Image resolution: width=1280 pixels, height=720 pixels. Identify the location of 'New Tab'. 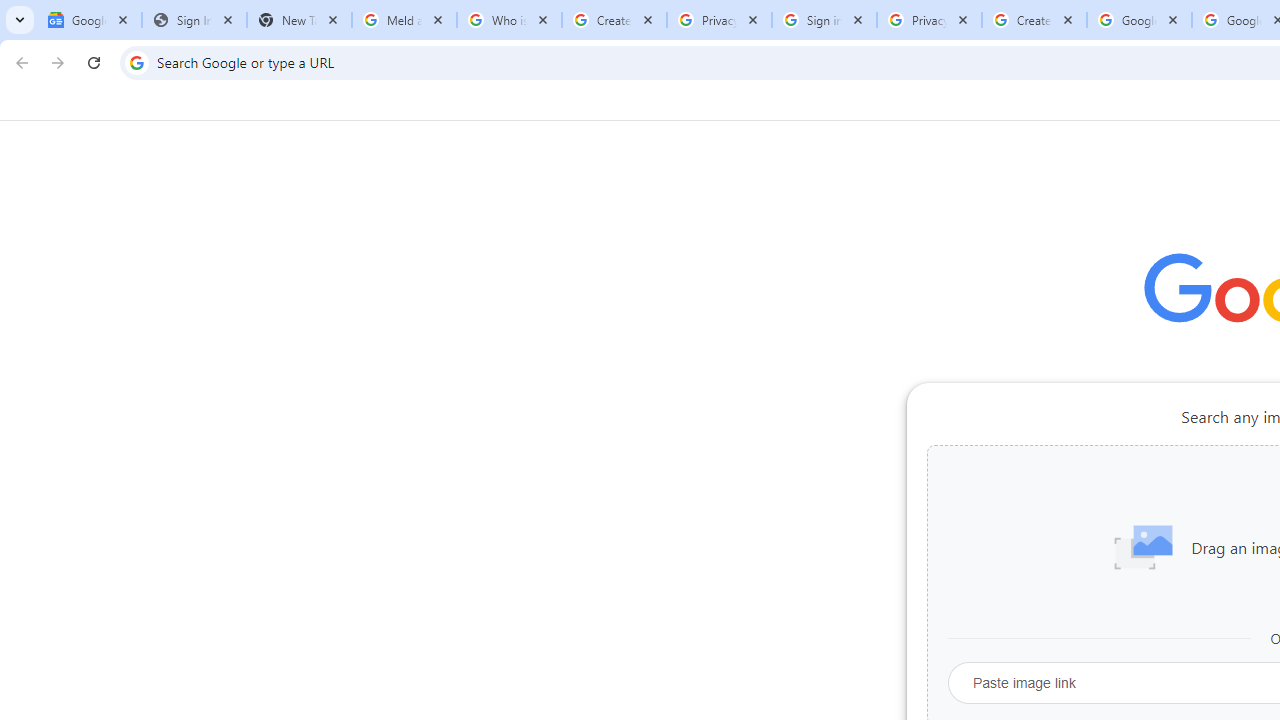
(298, 20).